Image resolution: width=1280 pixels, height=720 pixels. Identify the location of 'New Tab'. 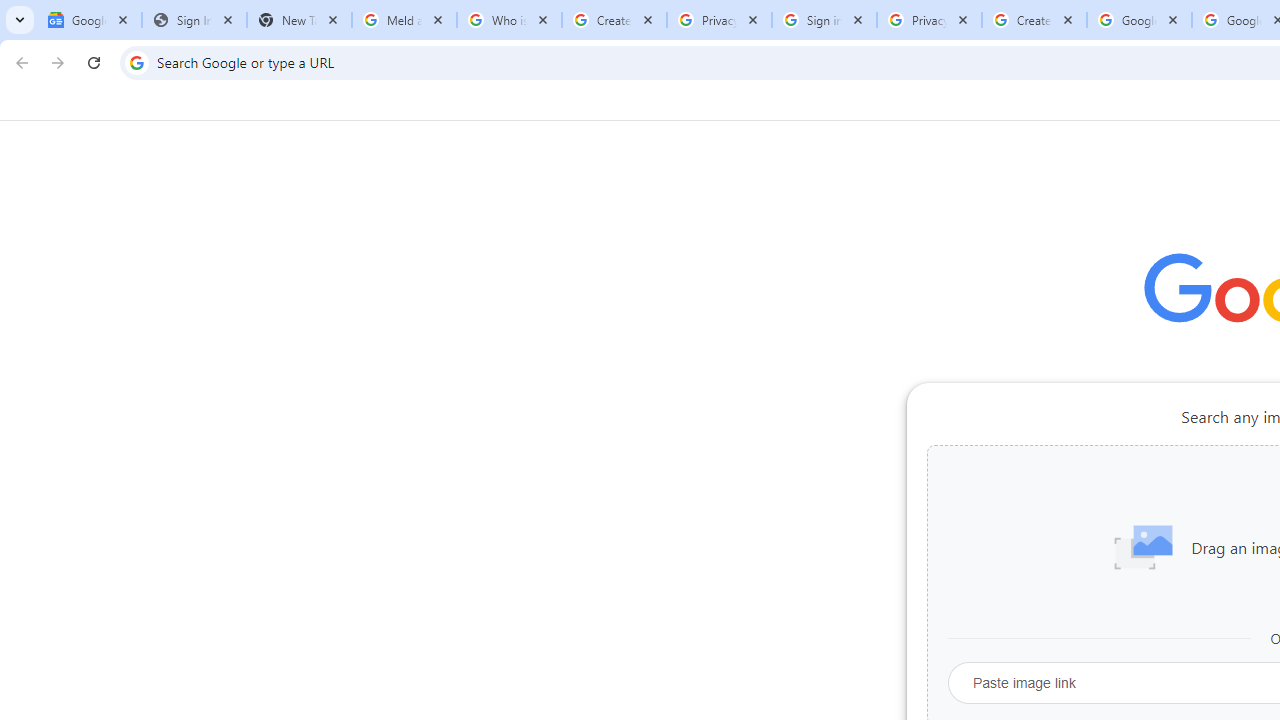
(298, 20).